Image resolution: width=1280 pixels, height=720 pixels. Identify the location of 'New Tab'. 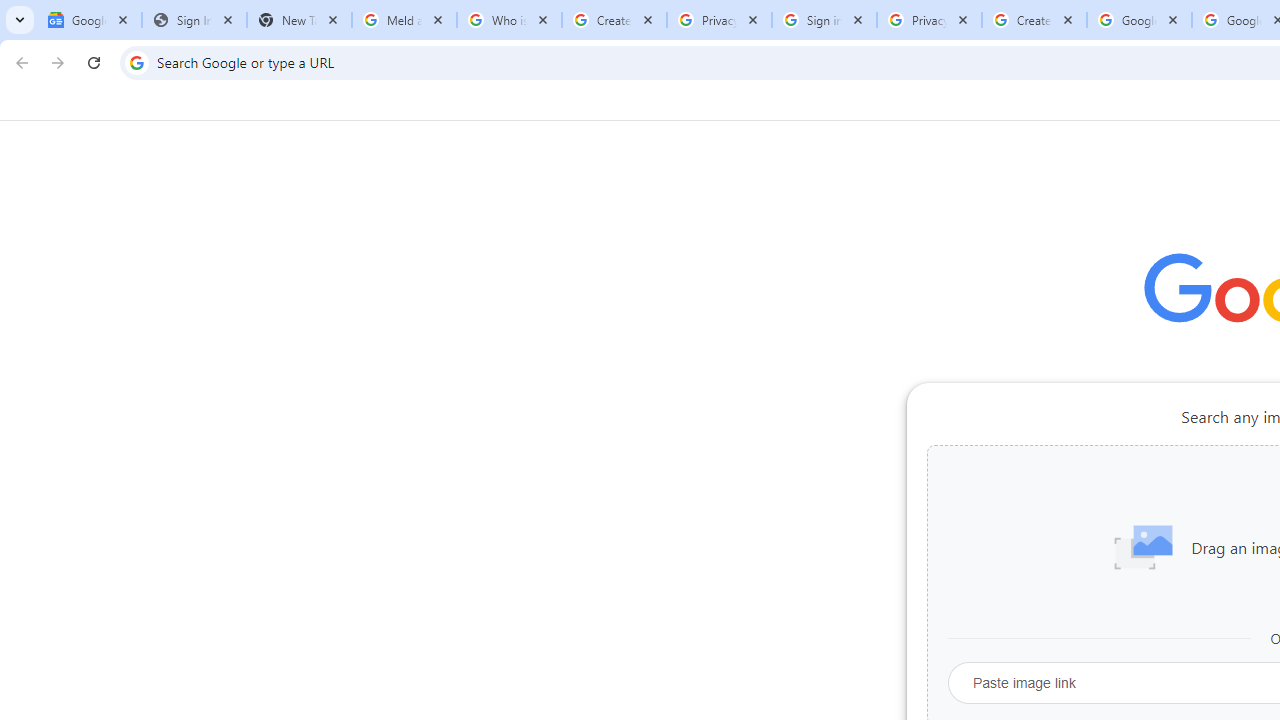
(298, 20).